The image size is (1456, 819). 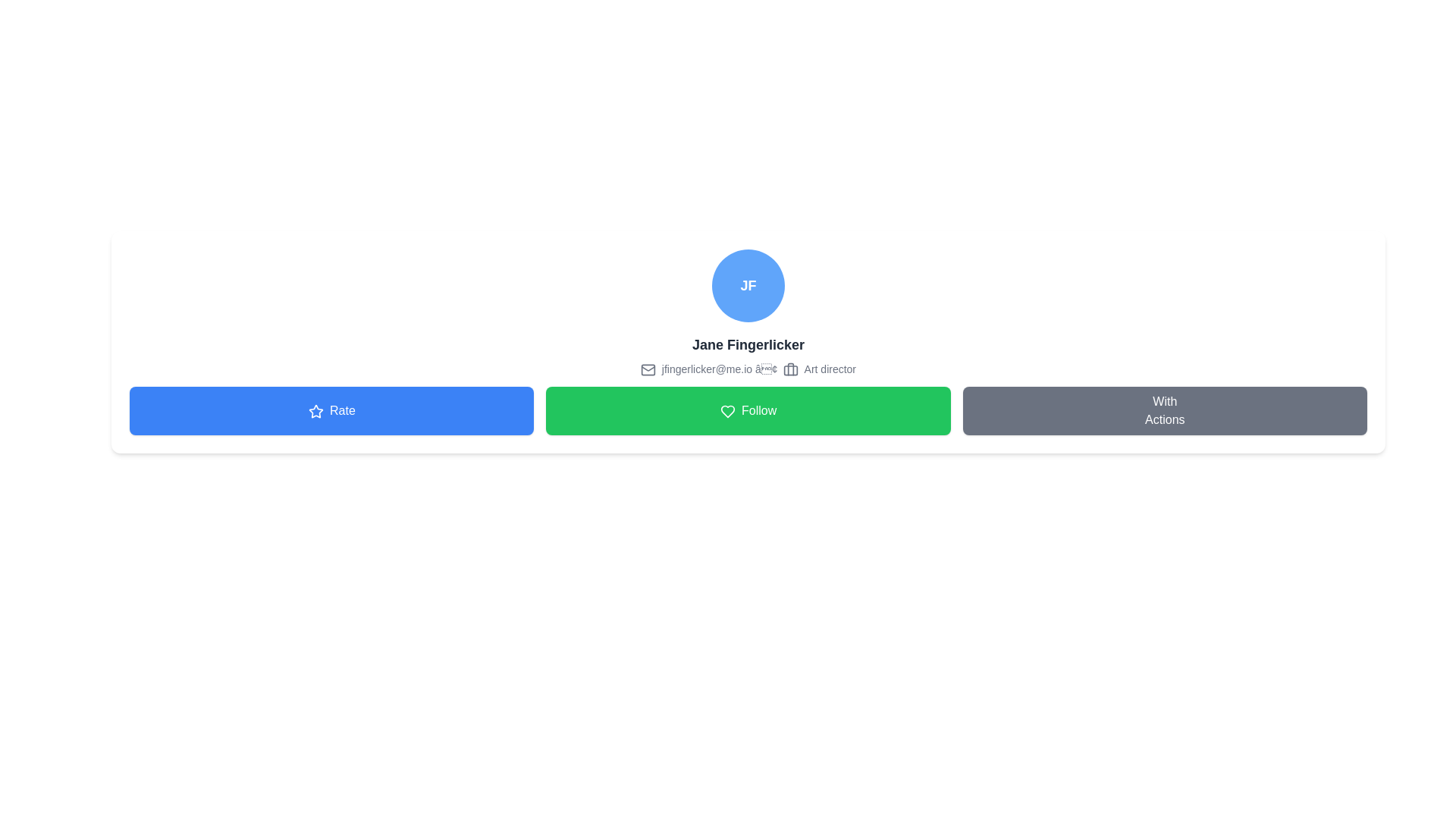 What do you see at coordinates (790, 370) in the screenshot?
I see `the small briefcase icon, which is a gray SVG illustration located in the middle-right section of the text description area, following the email icon and preceding the text 'Art director'` at bounding box center [790, 370].